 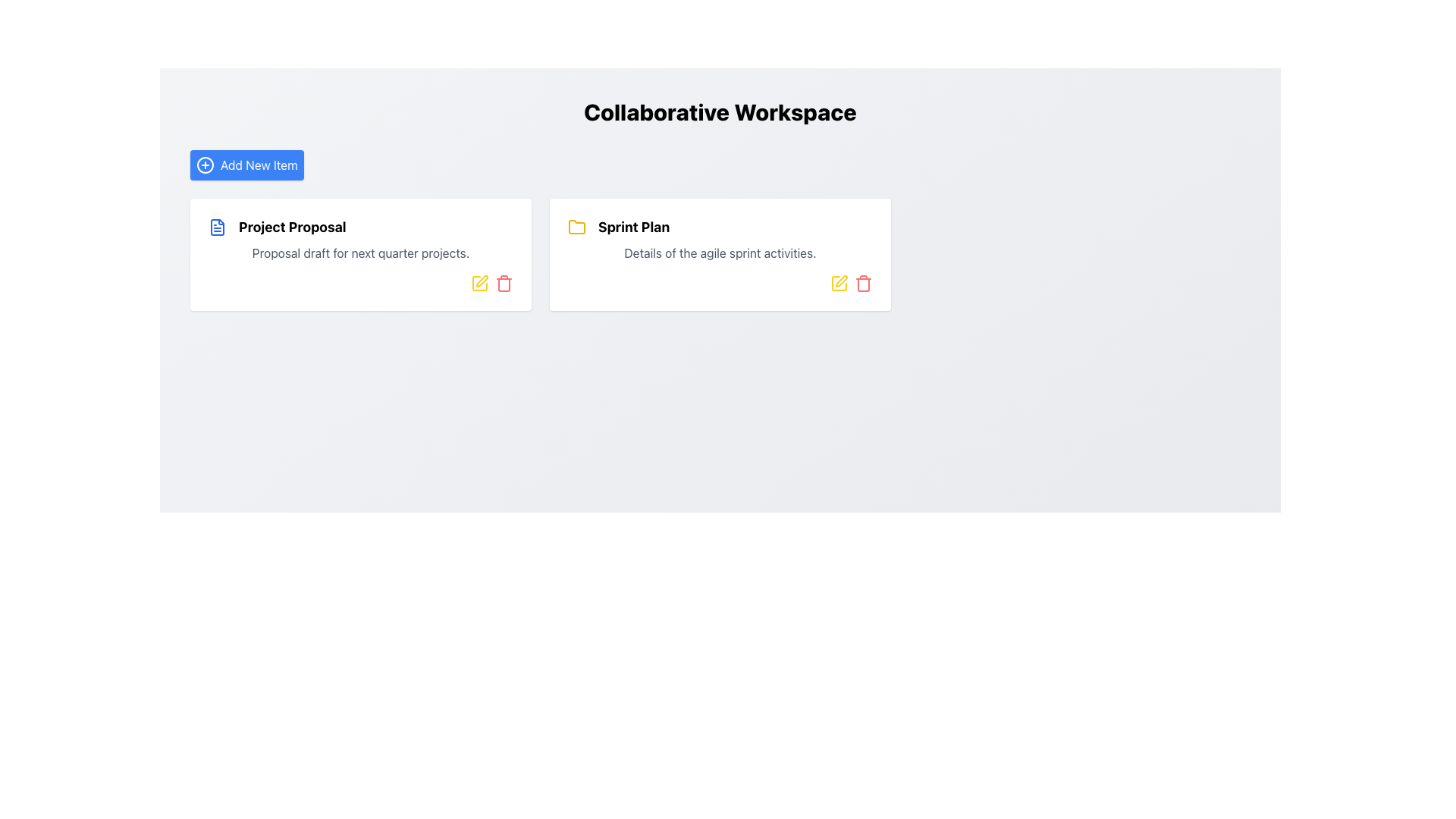 What do you see at coordinates (359, 253) in the screenshot?
I see `the first card in the grid layout, which contains a blue document icon and the text 'Project Proposal'` at bounding box center [359, 253].